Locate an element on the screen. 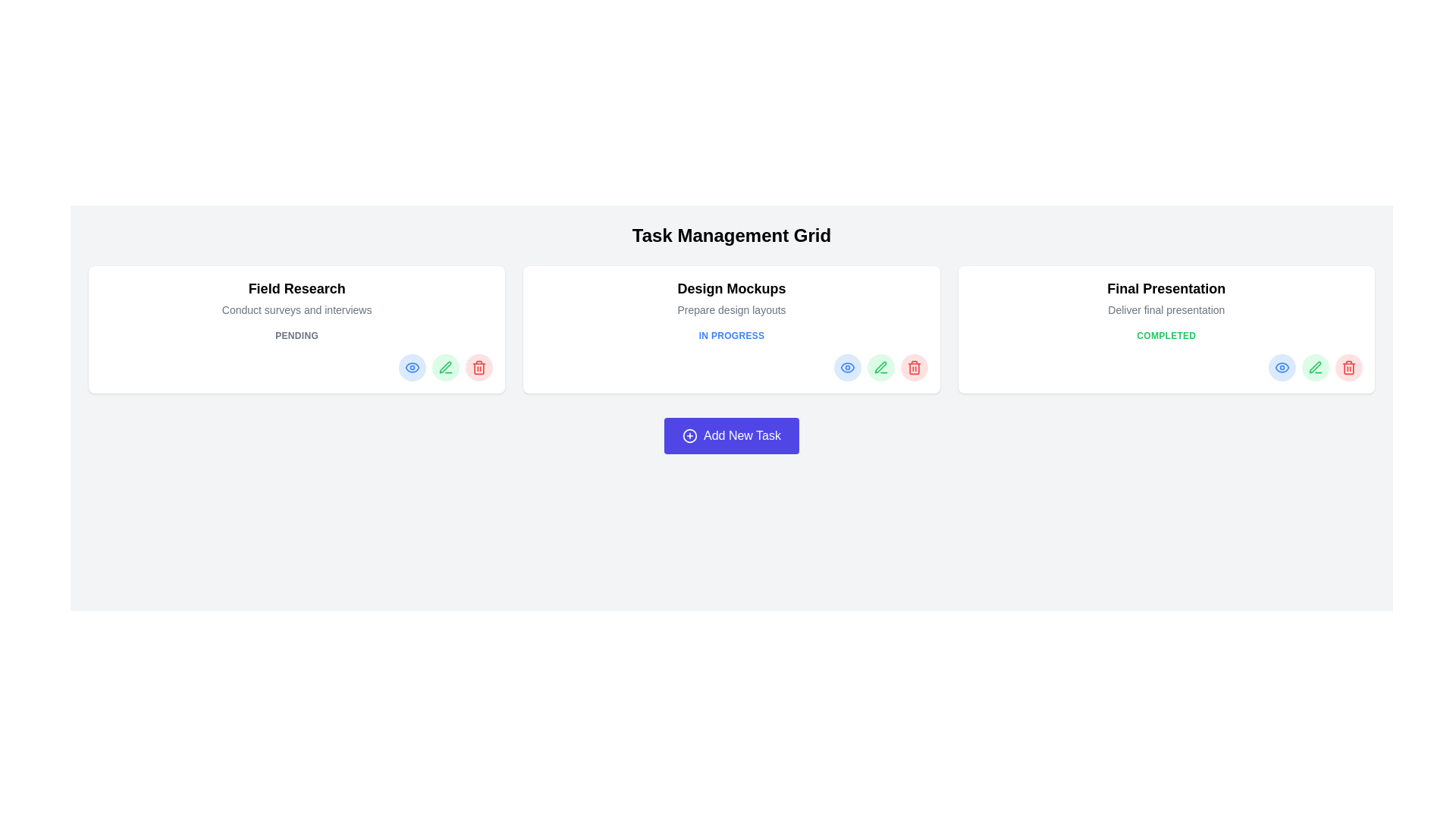  text content of the Header titled 'Final Presentation' located at the top of the rightmost card in the Task Management Grid interface is located at coordinates (1166, 289).